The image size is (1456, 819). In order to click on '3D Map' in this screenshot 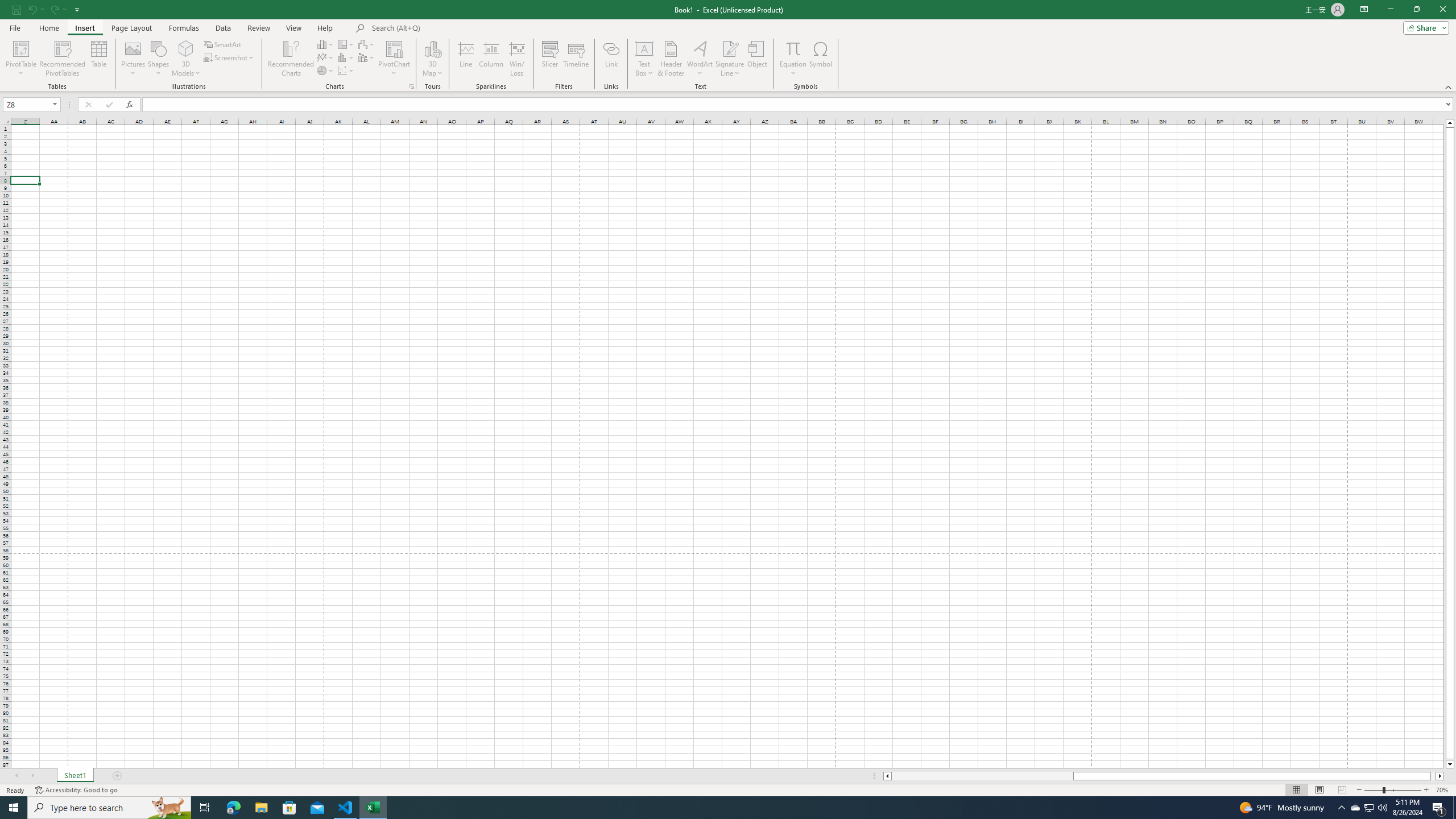, I will do `click(432, 59)`.